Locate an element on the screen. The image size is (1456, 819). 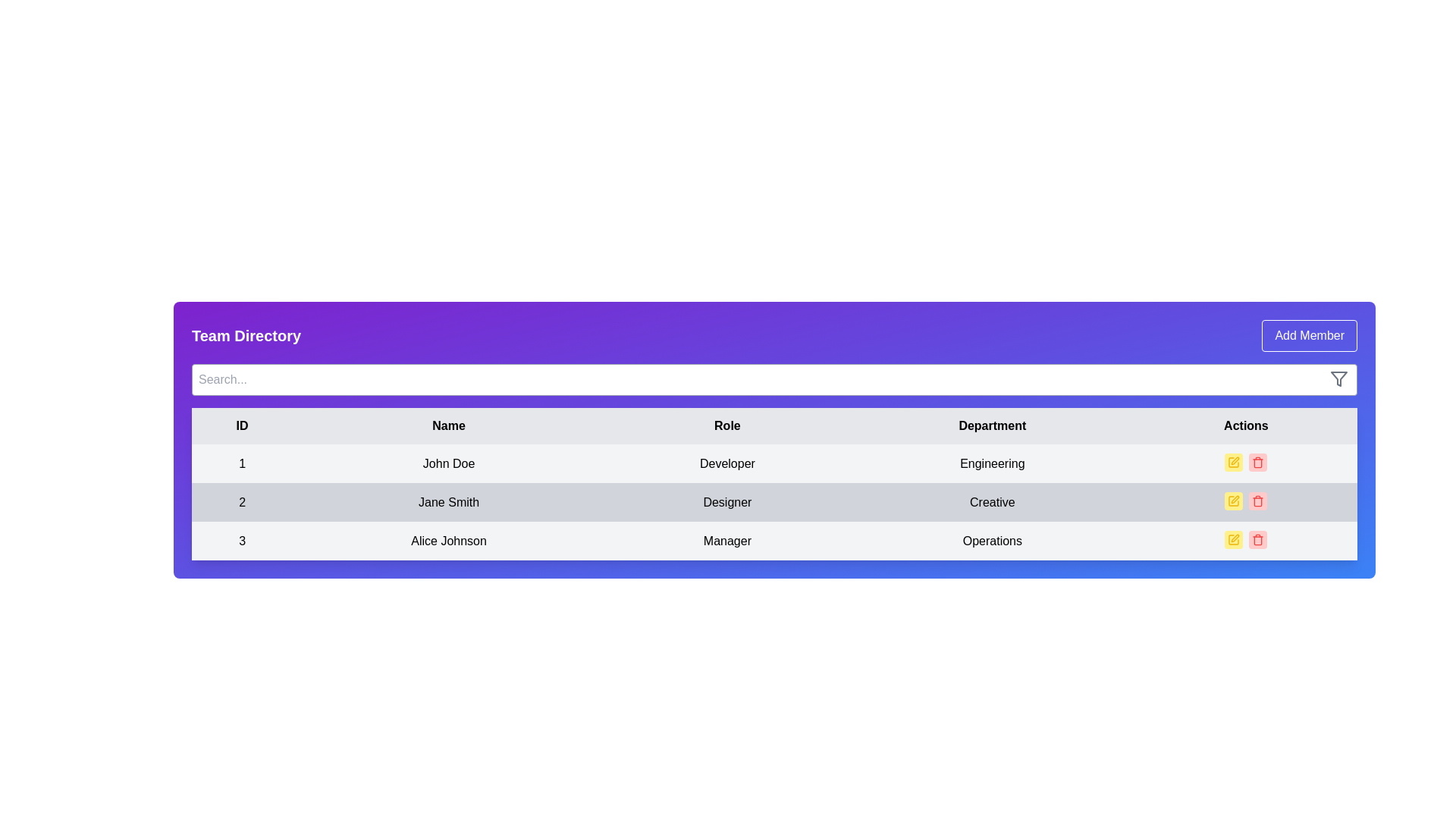
the static text label displaying the name associated with the third row of the table, located in the 'Name' column is located at coordinates (448, 540).